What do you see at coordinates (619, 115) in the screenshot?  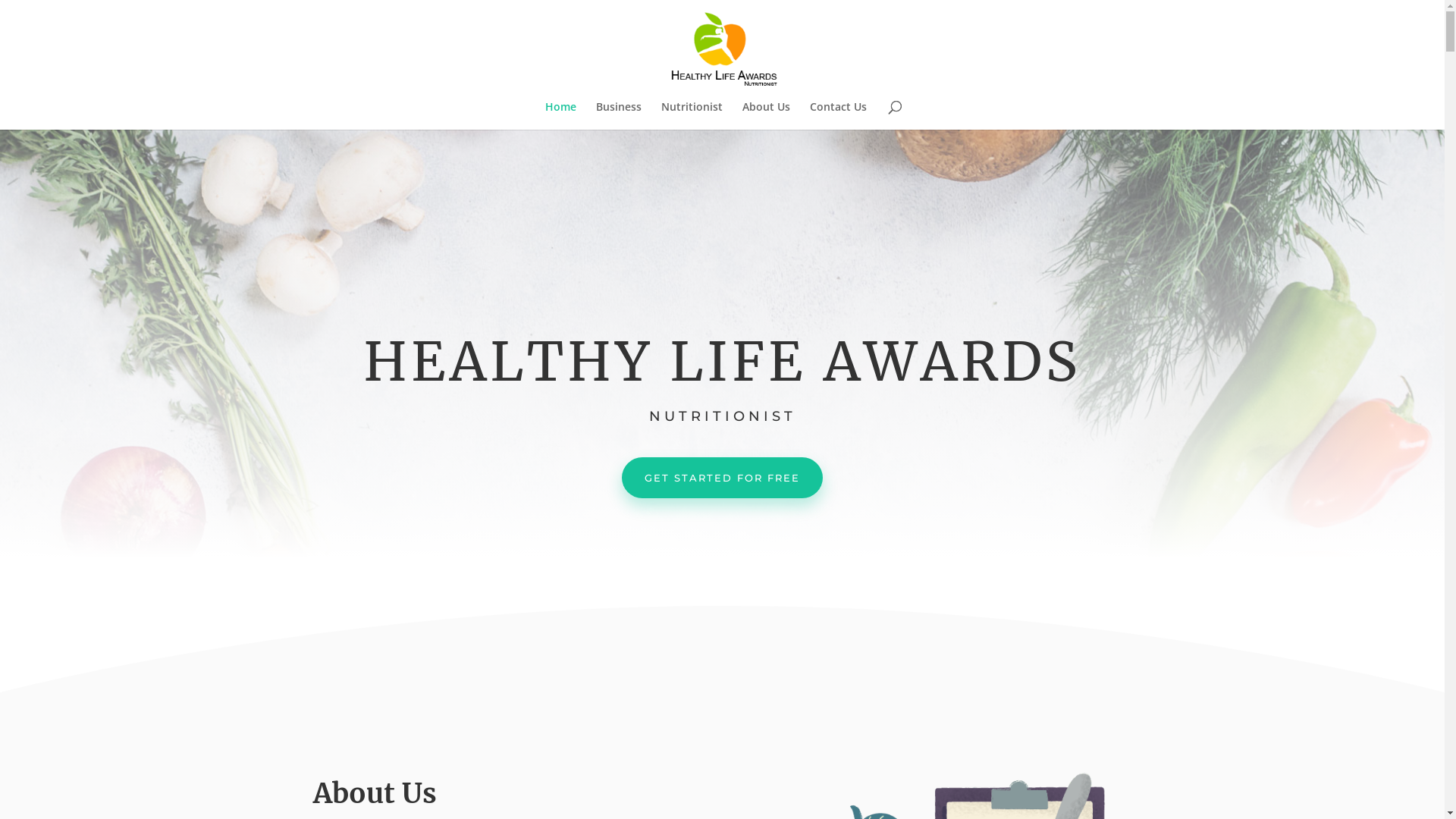 I see `'Business'` at bounding box center [619, 115].